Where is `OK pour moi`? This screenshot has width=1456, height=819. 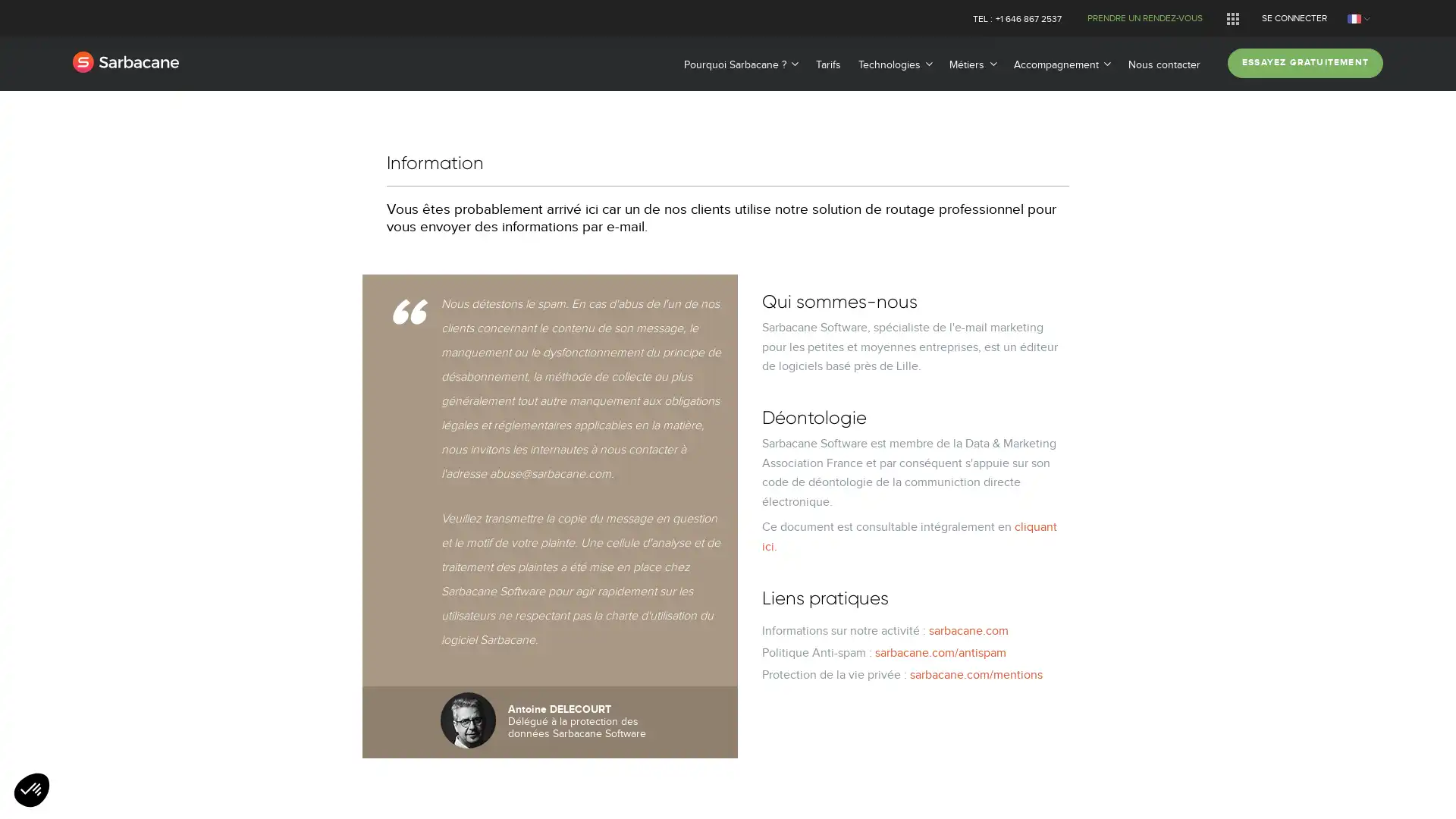 OK pour moi is located at coordinates (848, 513).